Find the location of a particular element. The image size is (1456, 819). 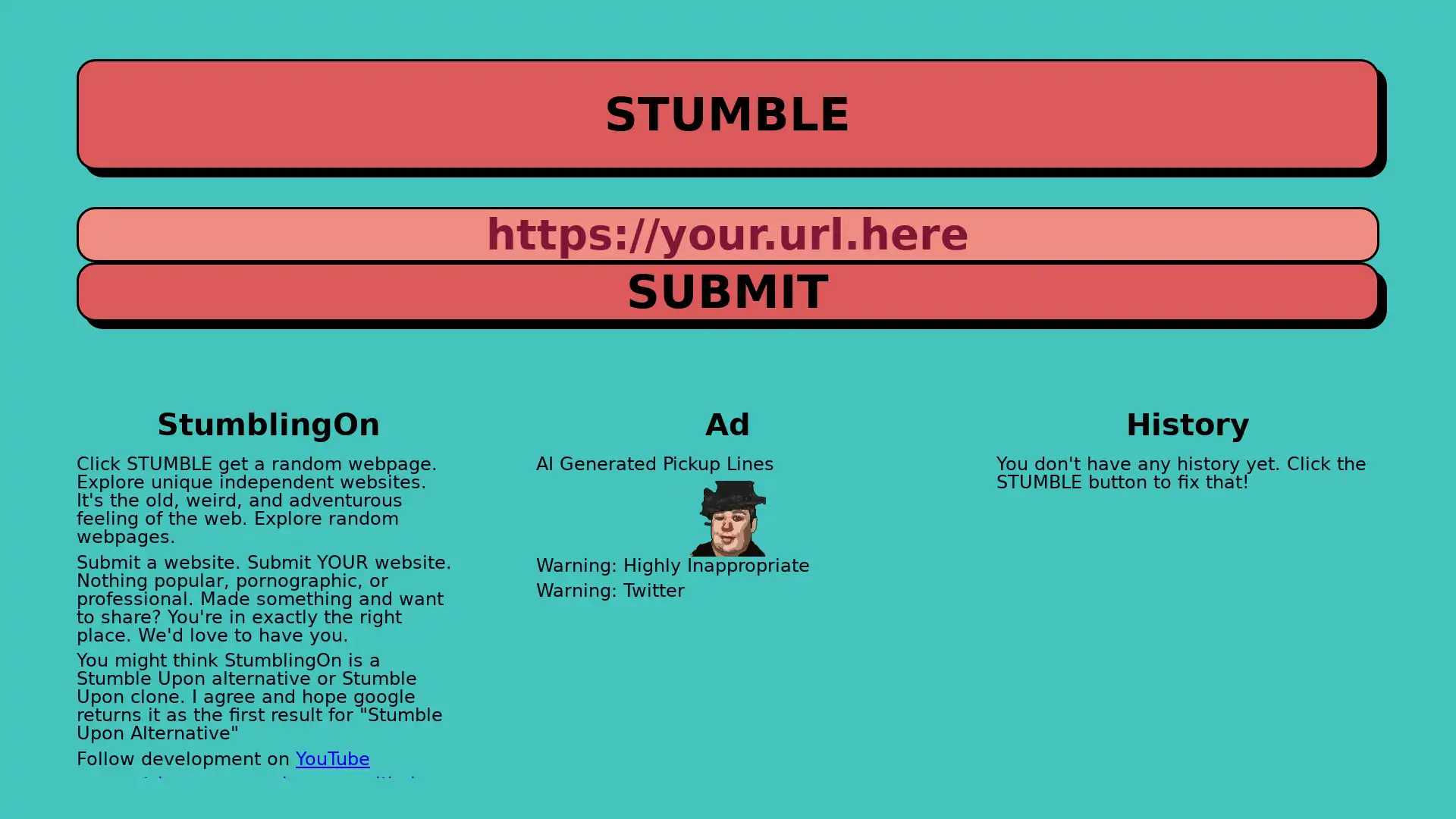

STUMBLE is located at coordinates (726, 113).